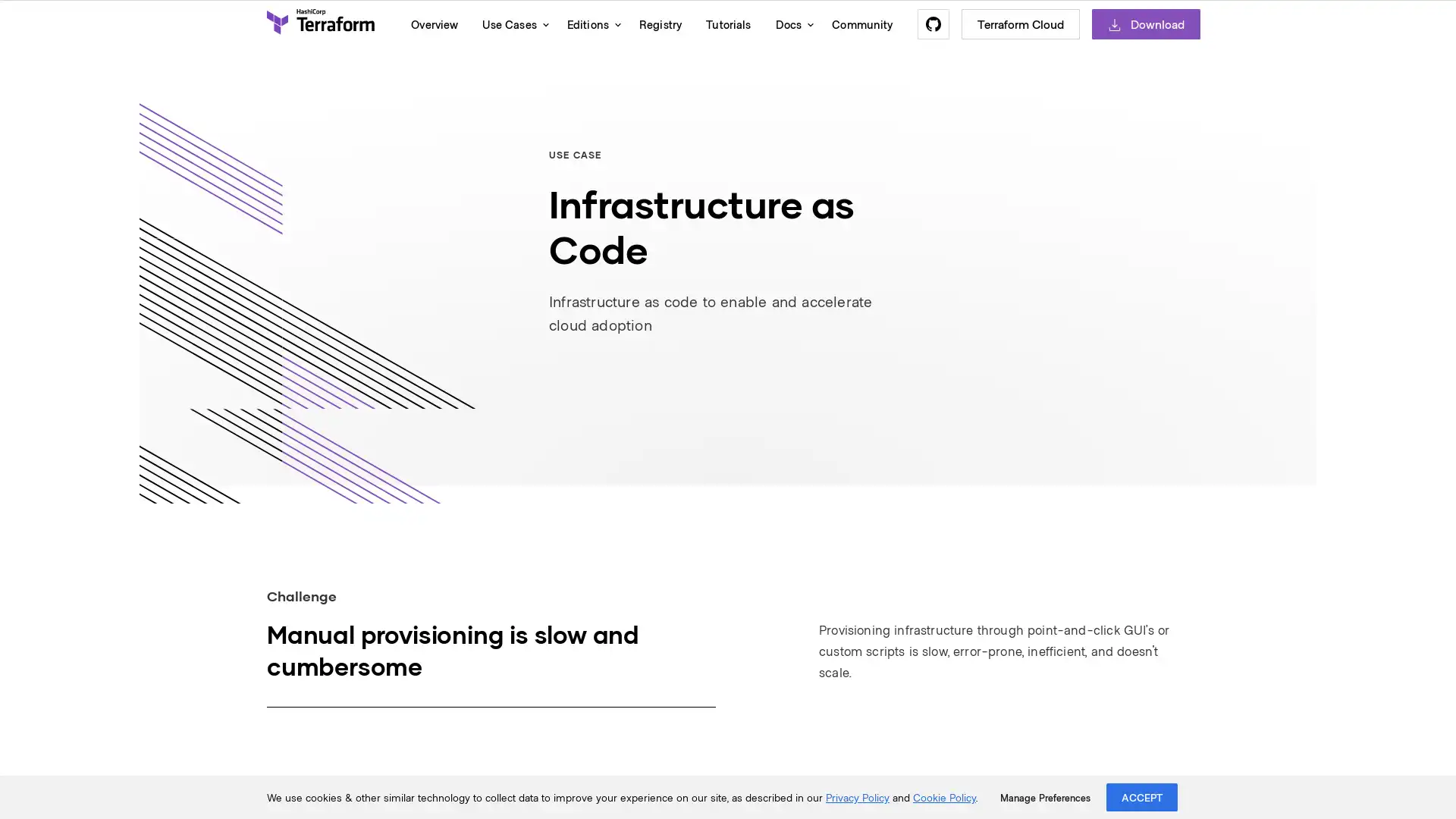 Image resolution: width=1456 pixels, height=819 pixels. What do you see at coordinates (1142, 796) in the screenshot?
I see `ACCEPT` at bounding box center [1142, 796].